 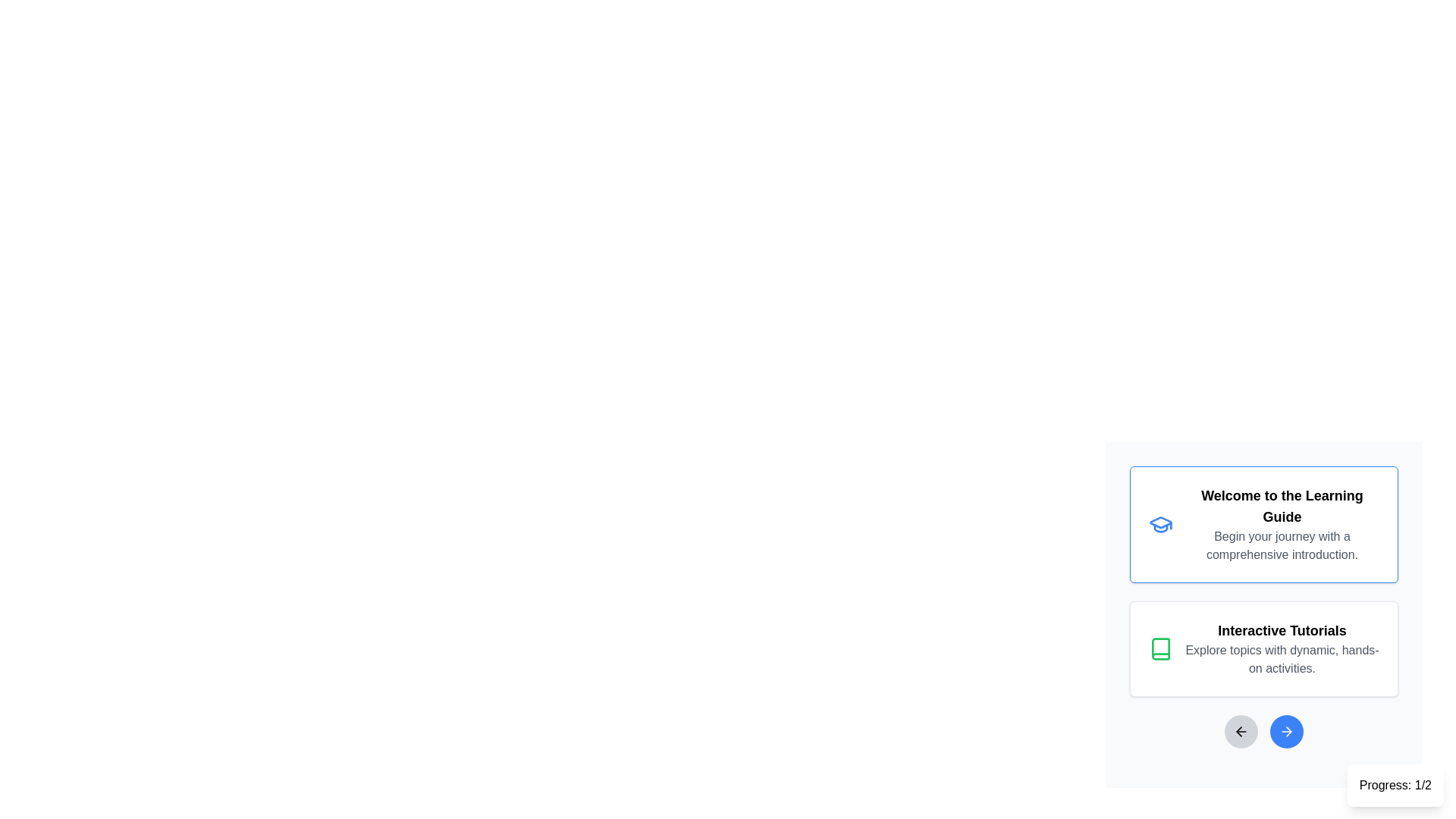 What do you see at coordinates (1160, 522) in the screenshot?
I see `the leftmost part of the 'Welcome to the Learning Guide' icon, which represents the learning guide feature of the interface` at bounding box center [1160, 522].